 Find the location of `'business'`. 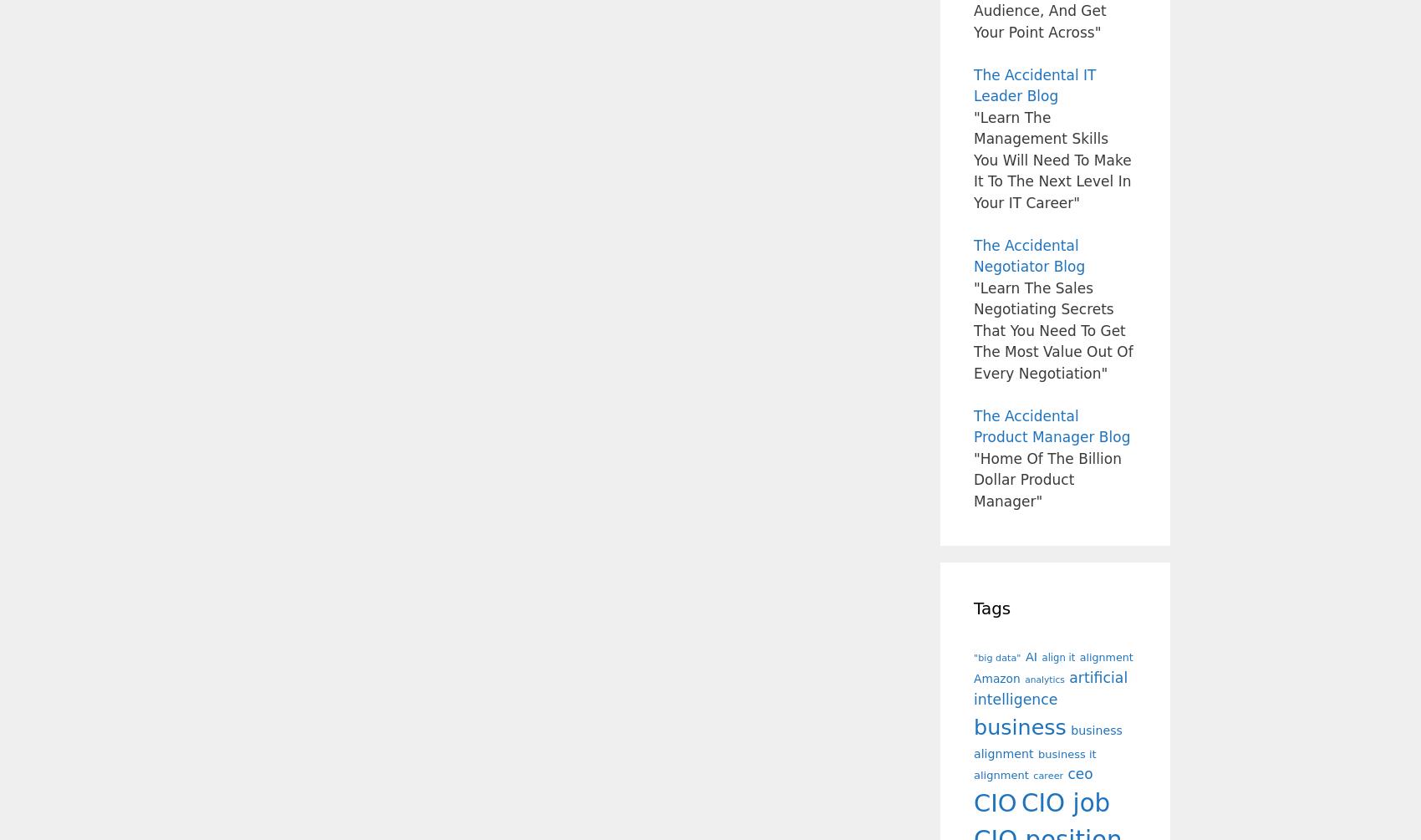

'business' is located at coordinates (974, 725).